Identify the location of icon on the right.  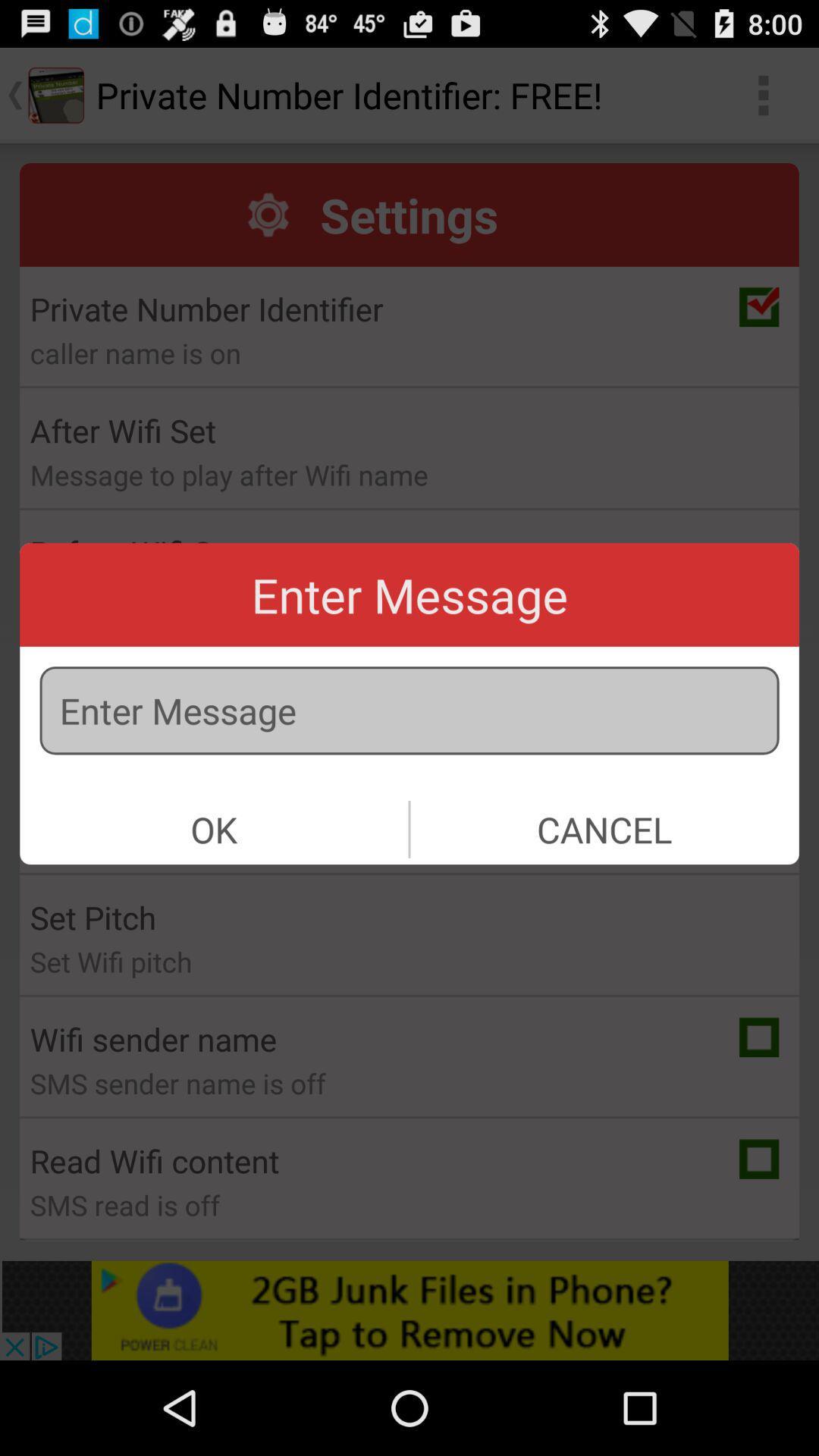
(604, 828).